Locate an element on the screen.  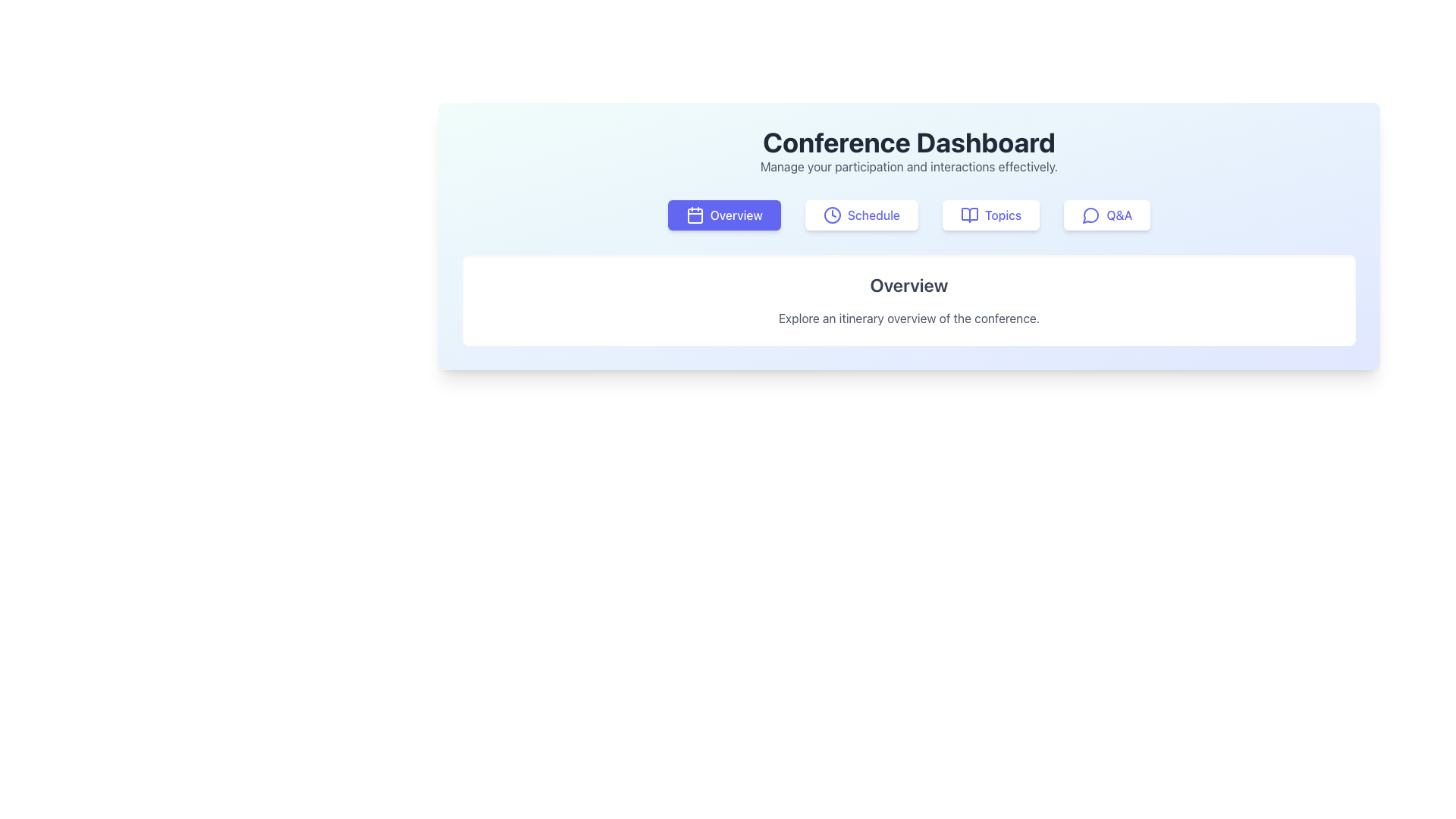
the Navigation Bar which allows users to navigate between 'Overview', 'Schedule', 'Topics', and 'Q&A' is located at coordinates (909, 215).